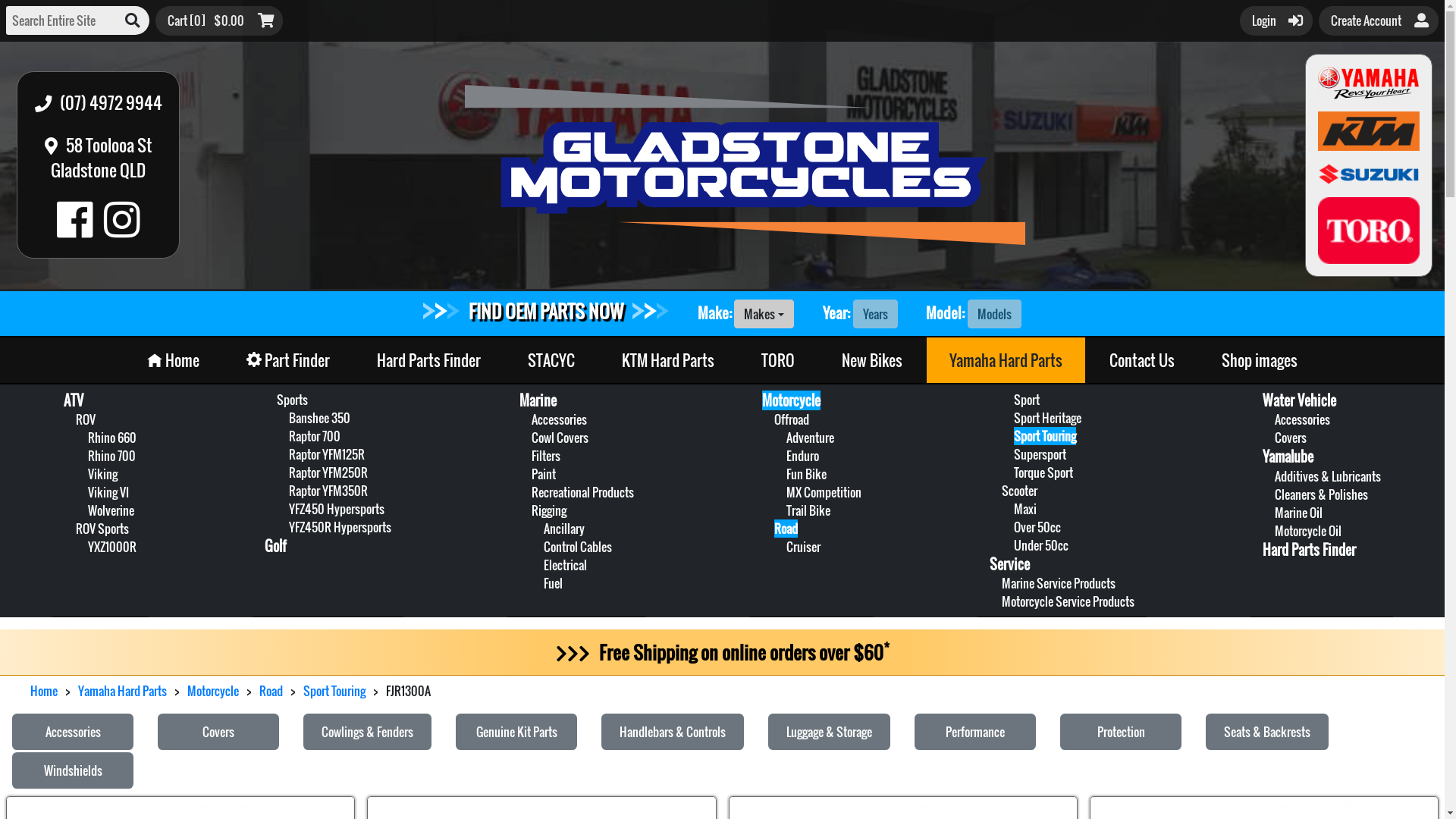  Describe the element at coordinates (1320, 494) in the screenshot. I see `'Cleaners & Polishes'` at that location.